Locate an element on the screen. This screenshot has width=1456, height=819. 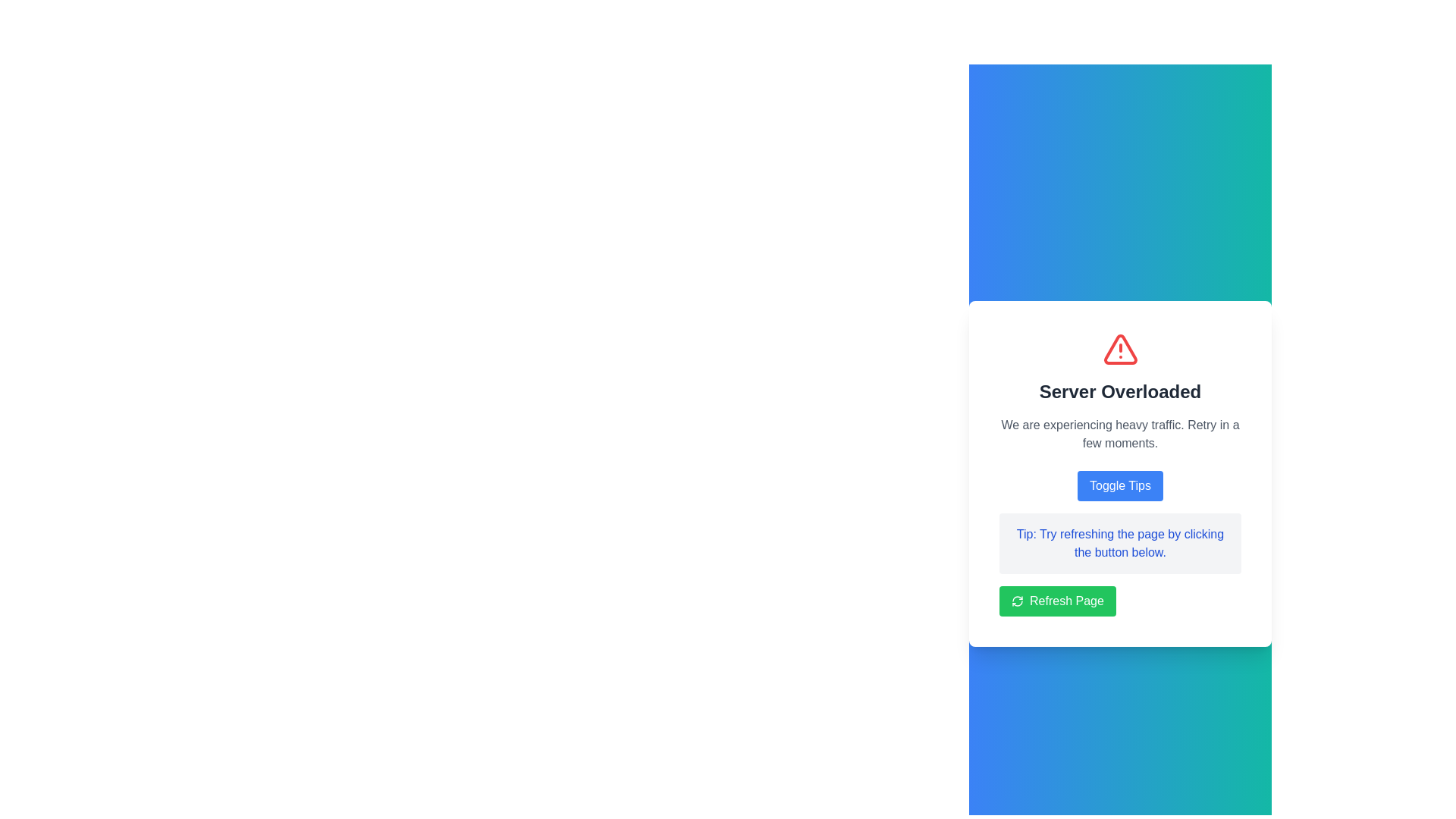
the blue button labeled 'Toggle Tips' in the Notification component that displays an alert about 'Server Overloaded' is located at coordinates (1120, 472).